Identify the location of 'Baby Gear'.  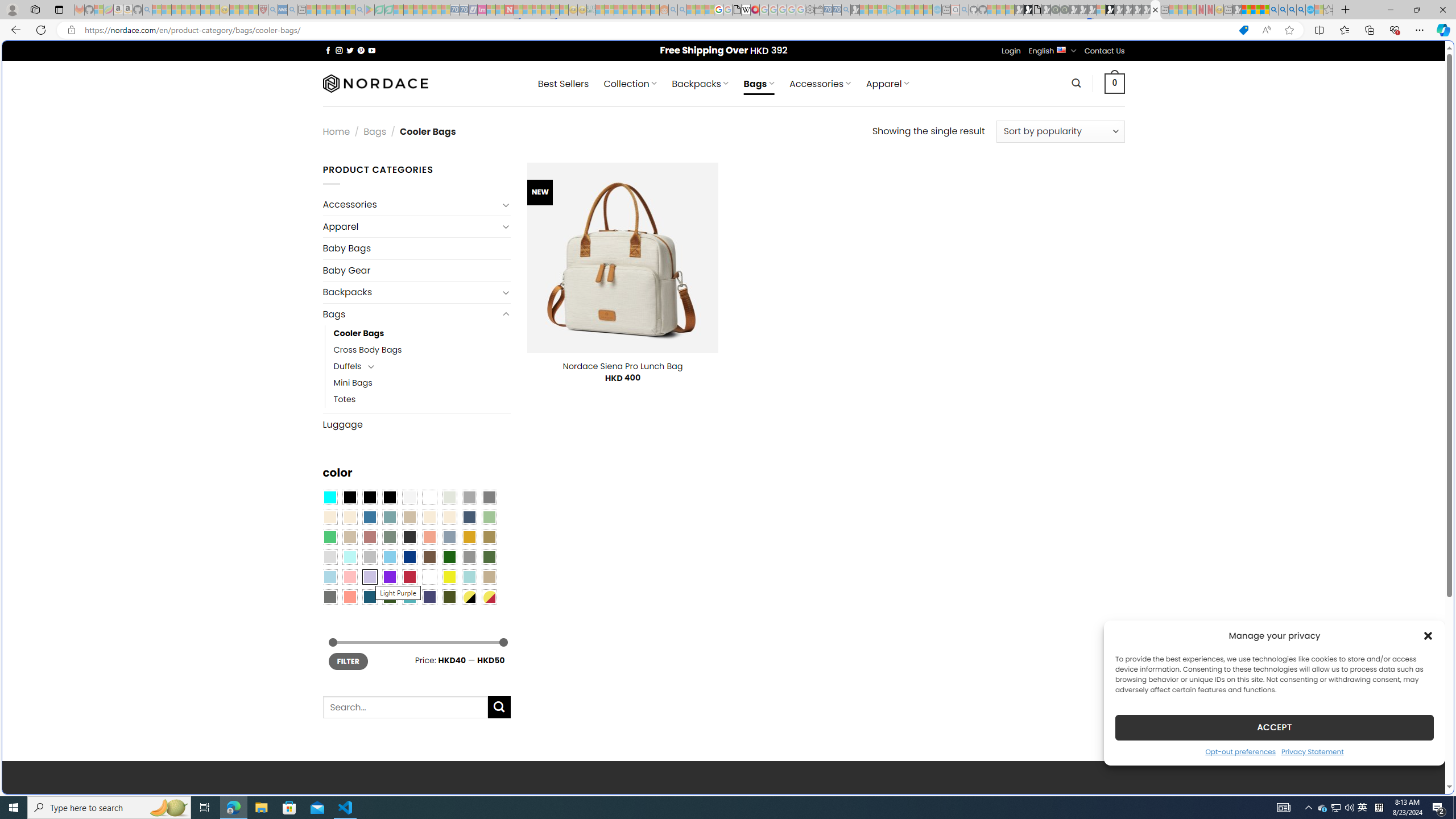
(416, 270).